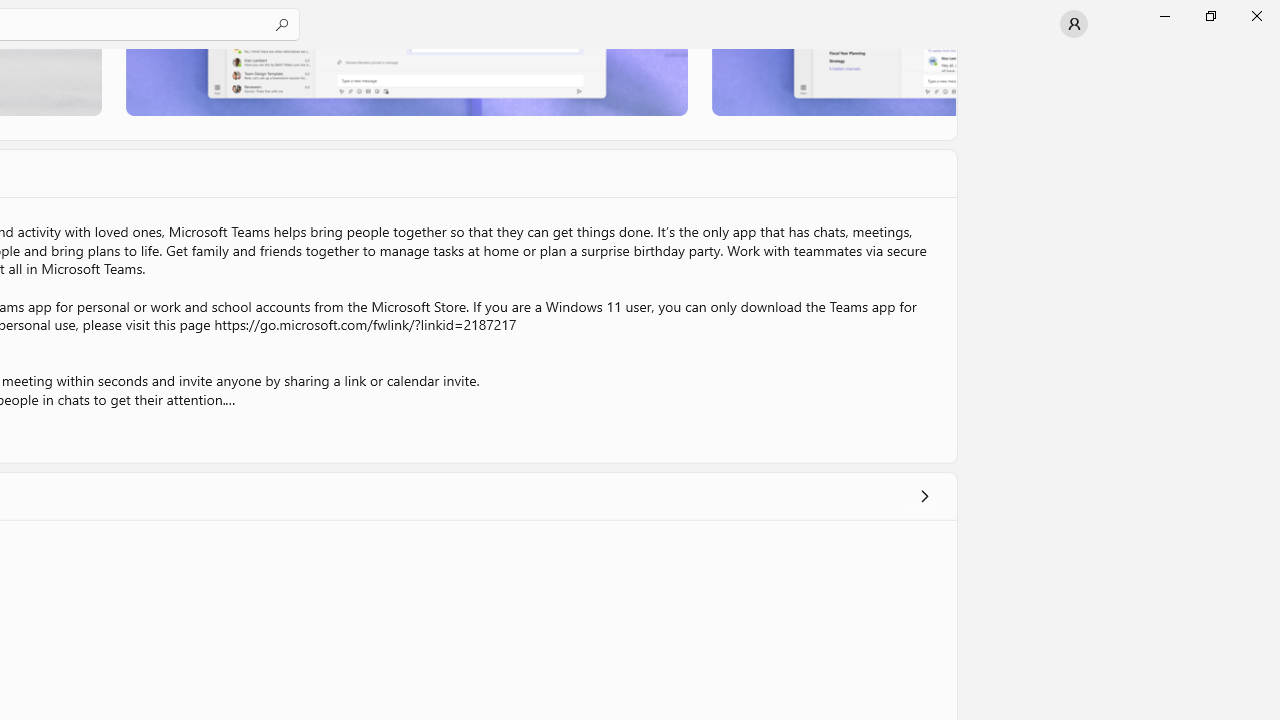 This screenshot has height=720, width=1280. I want to click on 'Close Microsoft Store', so click(1255, 15).